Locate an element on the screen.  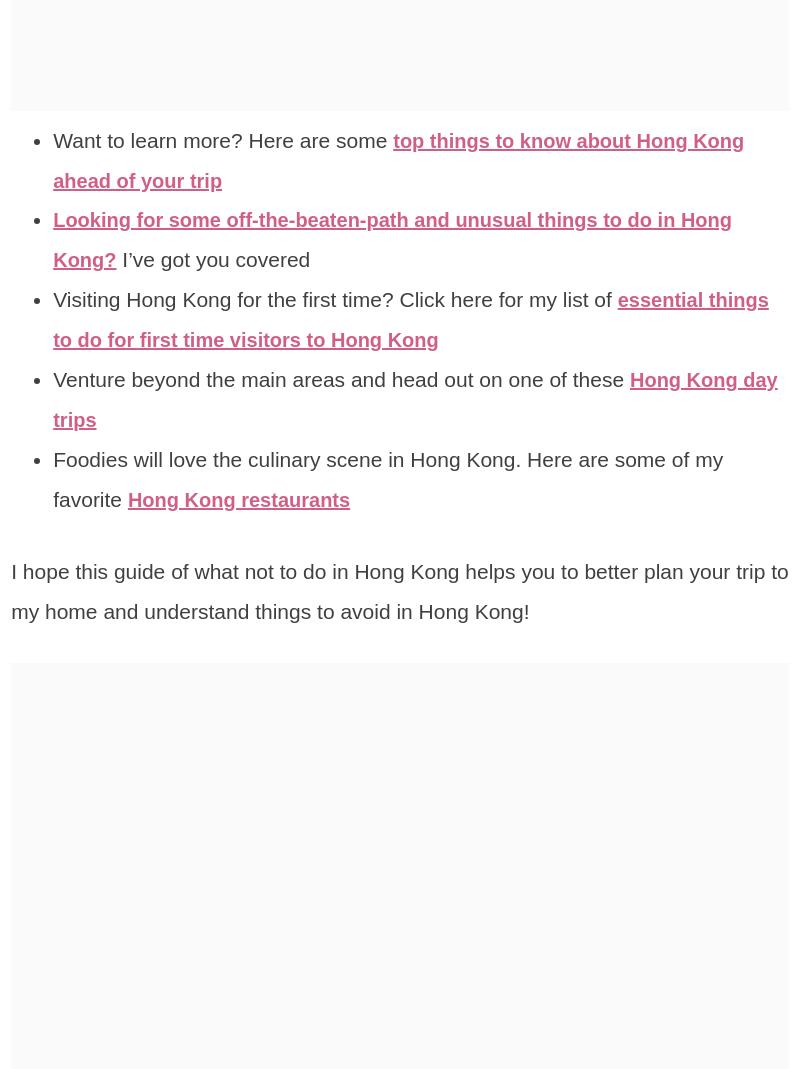
'I’ve got you covered' is located at coordinates (117, 258).